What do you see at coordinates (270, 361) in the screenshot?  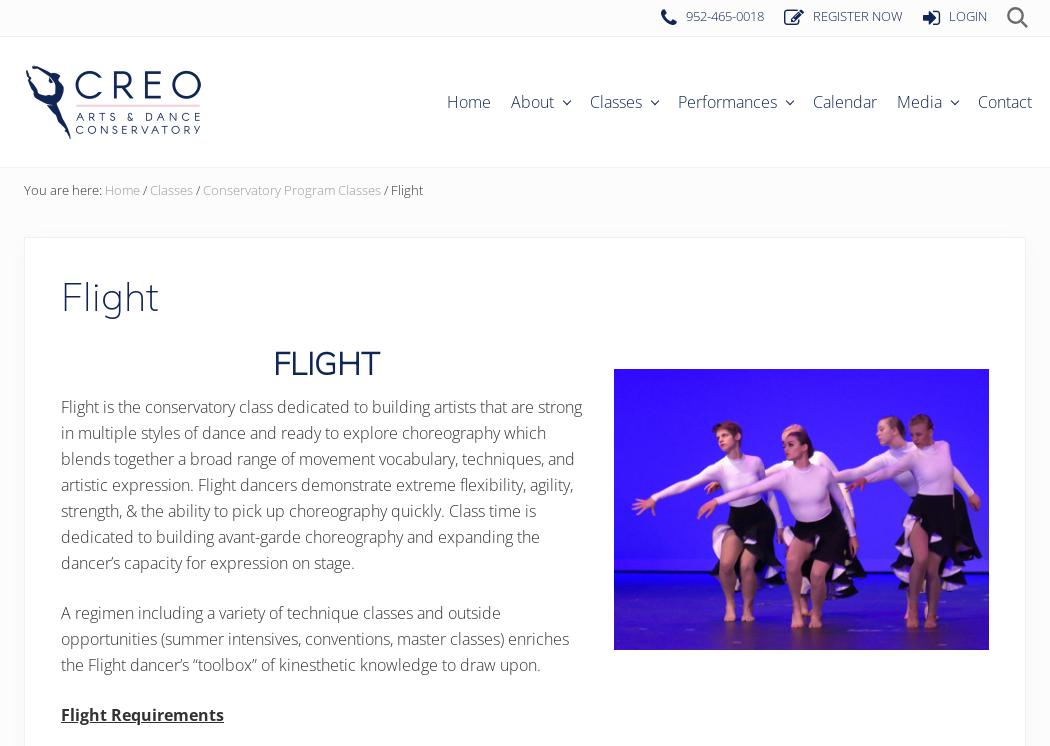 I see `'FLIGHT'` at bounding box center [270, 361].